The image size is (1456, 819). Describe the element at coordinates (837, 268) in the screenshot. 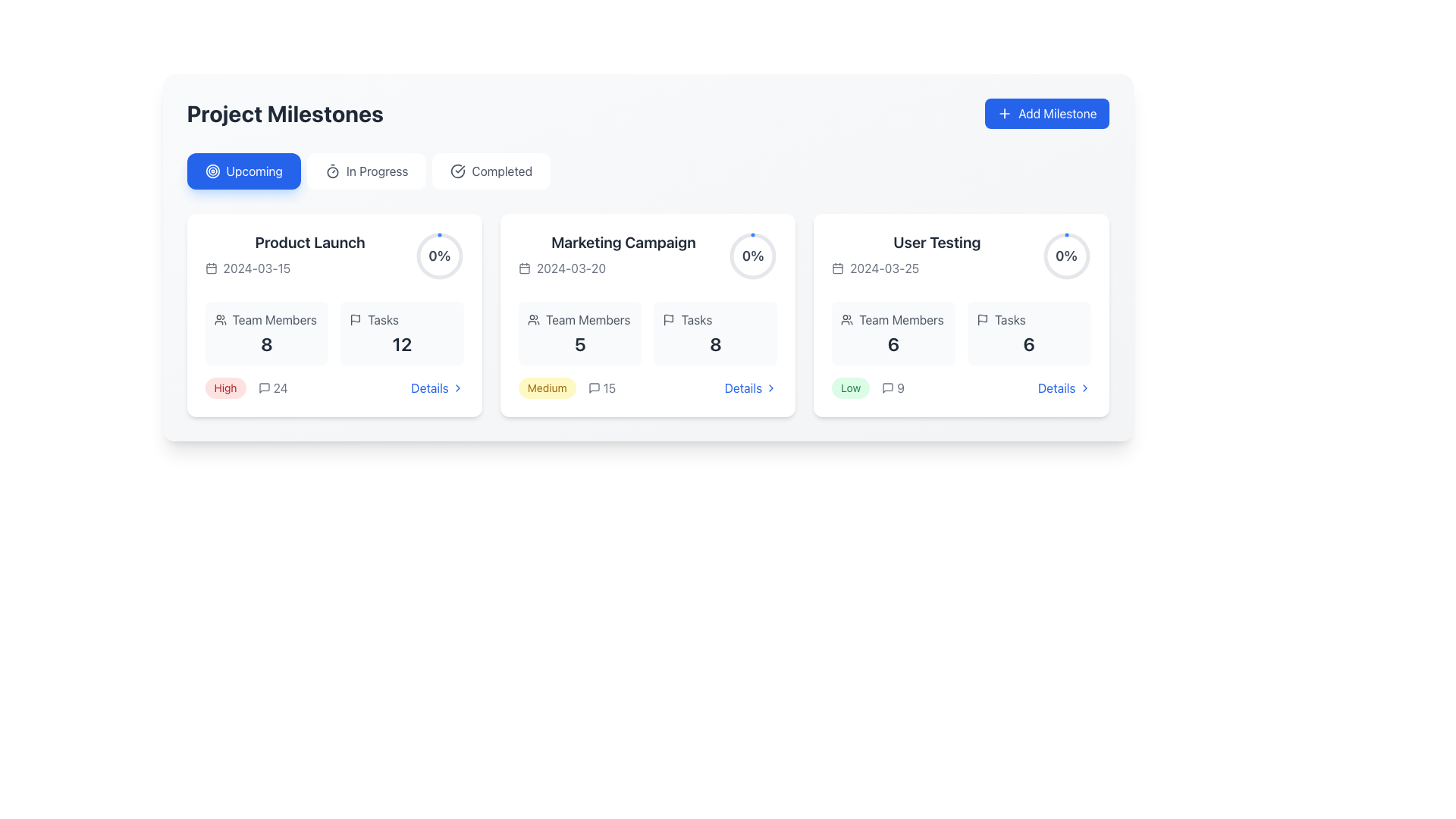

I see `the calendar icon located within the 'User Testing' card, which visually indicates date-related information next to the text '2024-03-25'` at that location.